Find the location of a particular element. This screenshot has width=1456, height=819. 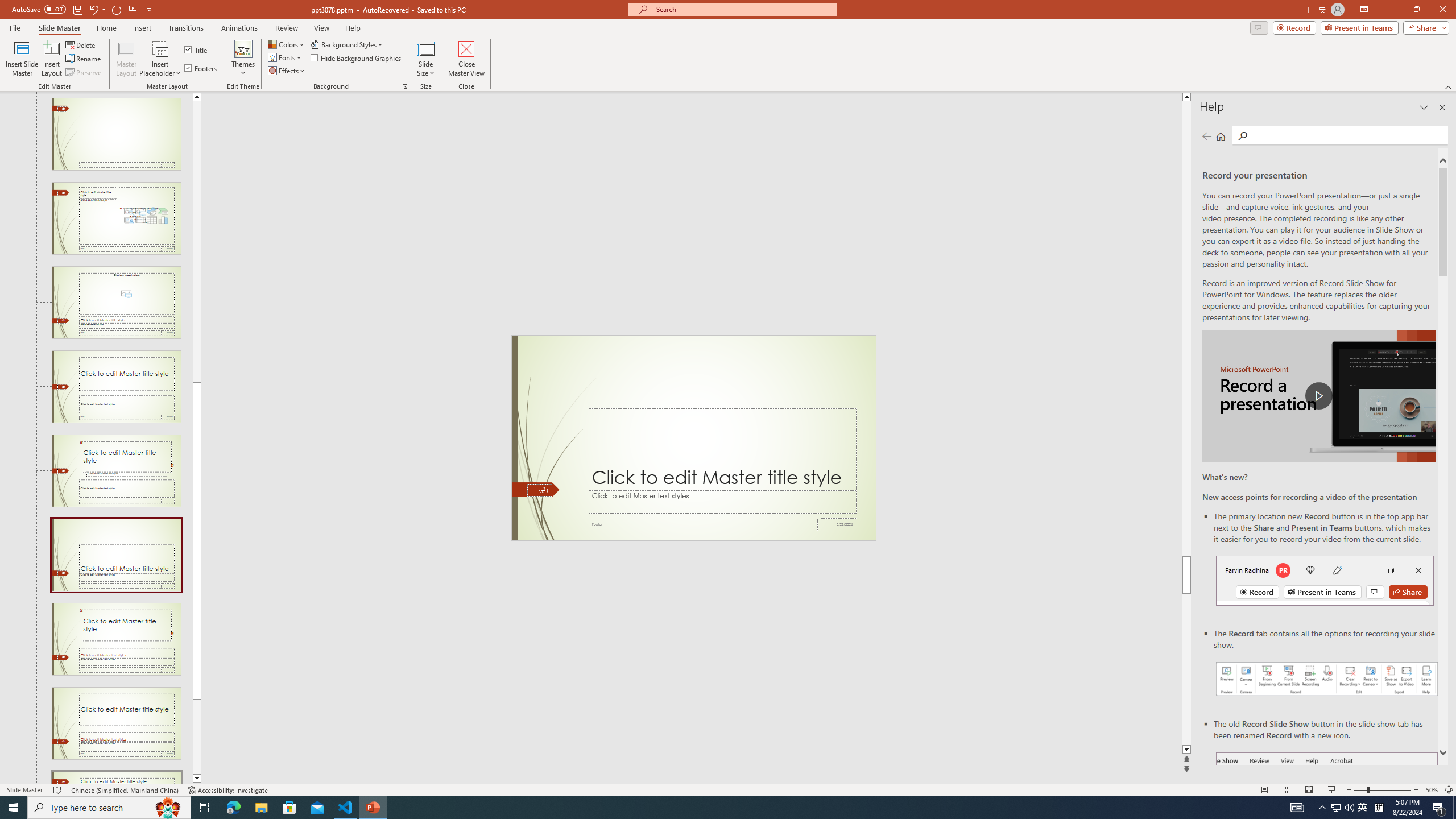

'Insert Layout' is located at coordinates (51, 59).